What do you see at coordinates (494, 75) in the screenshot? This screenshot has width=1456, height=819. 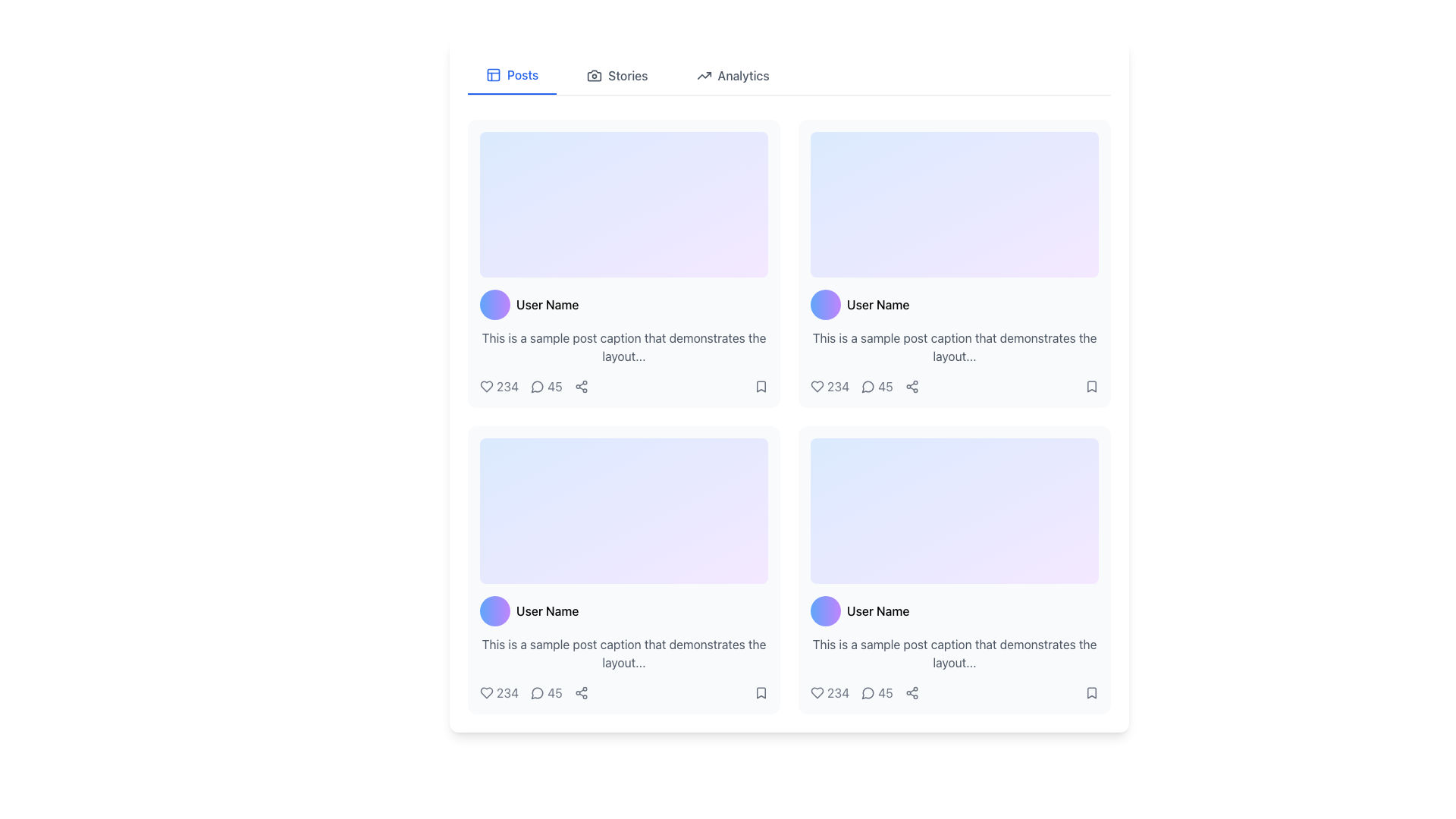 I see `the rectangular graphical element located at the top-left corner of the interface, which is part of an icon in the navigation bar` at bounding box center [494, 75].